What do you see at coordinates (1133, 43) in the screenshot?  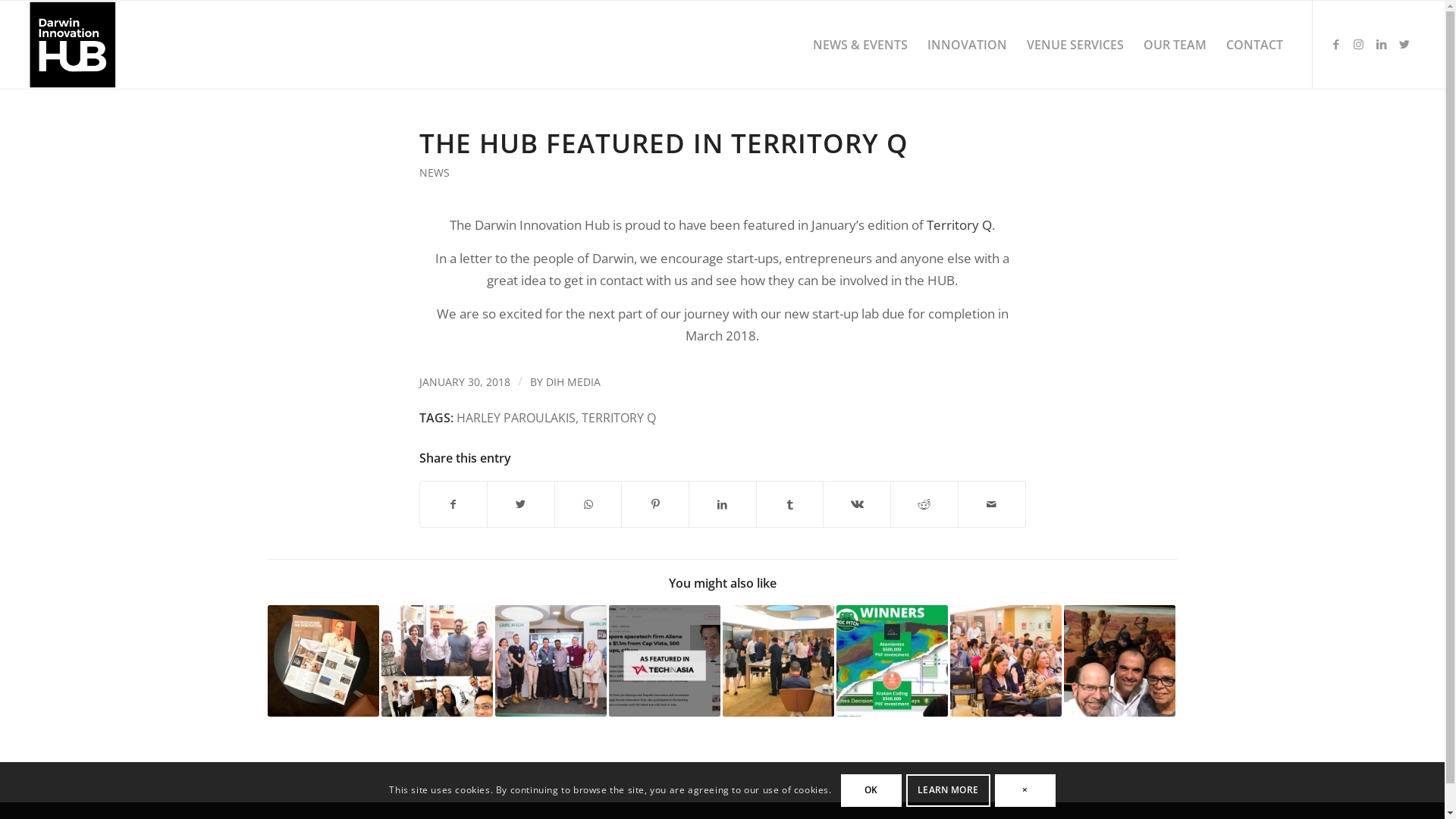 I see `'OUR TEAM'` at bounding box center [1133, 43].